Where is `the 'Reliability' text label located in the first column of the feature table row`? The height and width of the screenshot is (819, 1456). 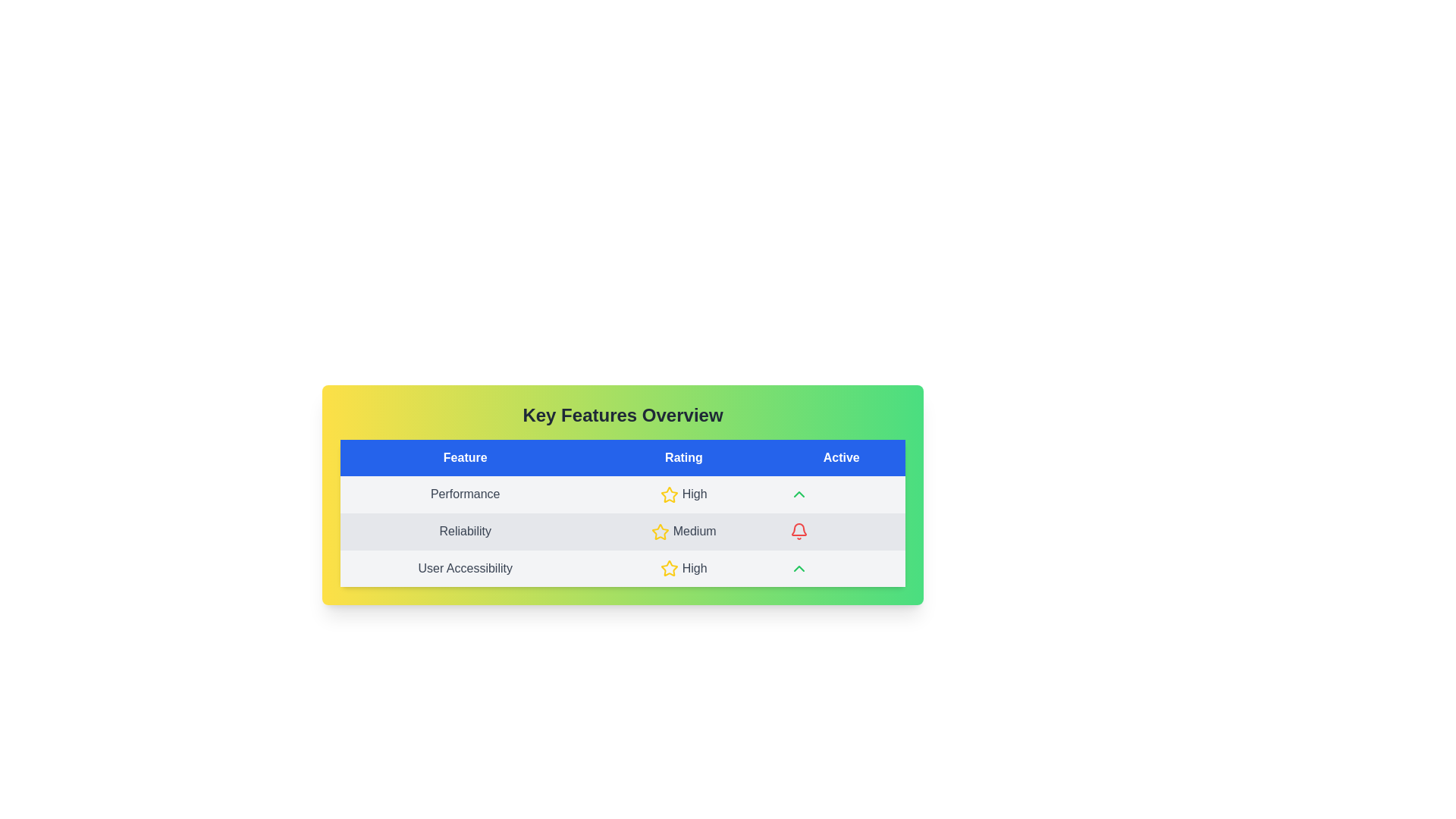 the 'Reliability' text label located in the first column of the feature table row is located at coordinates (464, 531).